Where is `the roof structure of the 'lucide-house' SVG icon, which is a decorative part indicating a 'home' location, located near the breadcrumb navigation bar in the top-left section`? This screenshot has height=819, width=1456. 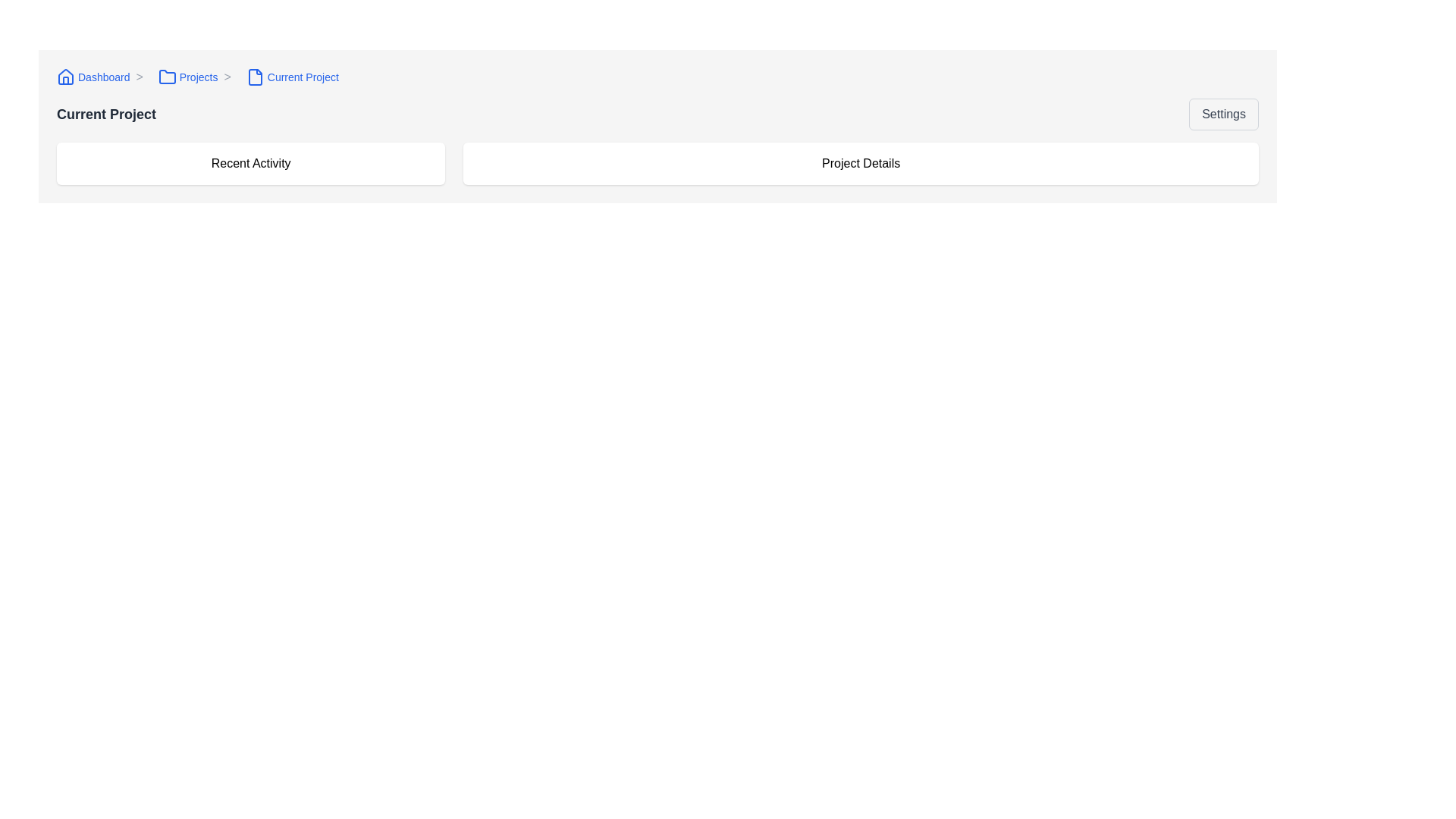
the roof structure of the 'lucide-house' SVG icon, which is a decorative part indicating a 'home' location, located near the breadcrumb navigation bar in the top-left section is located at coordinates (64, 76).